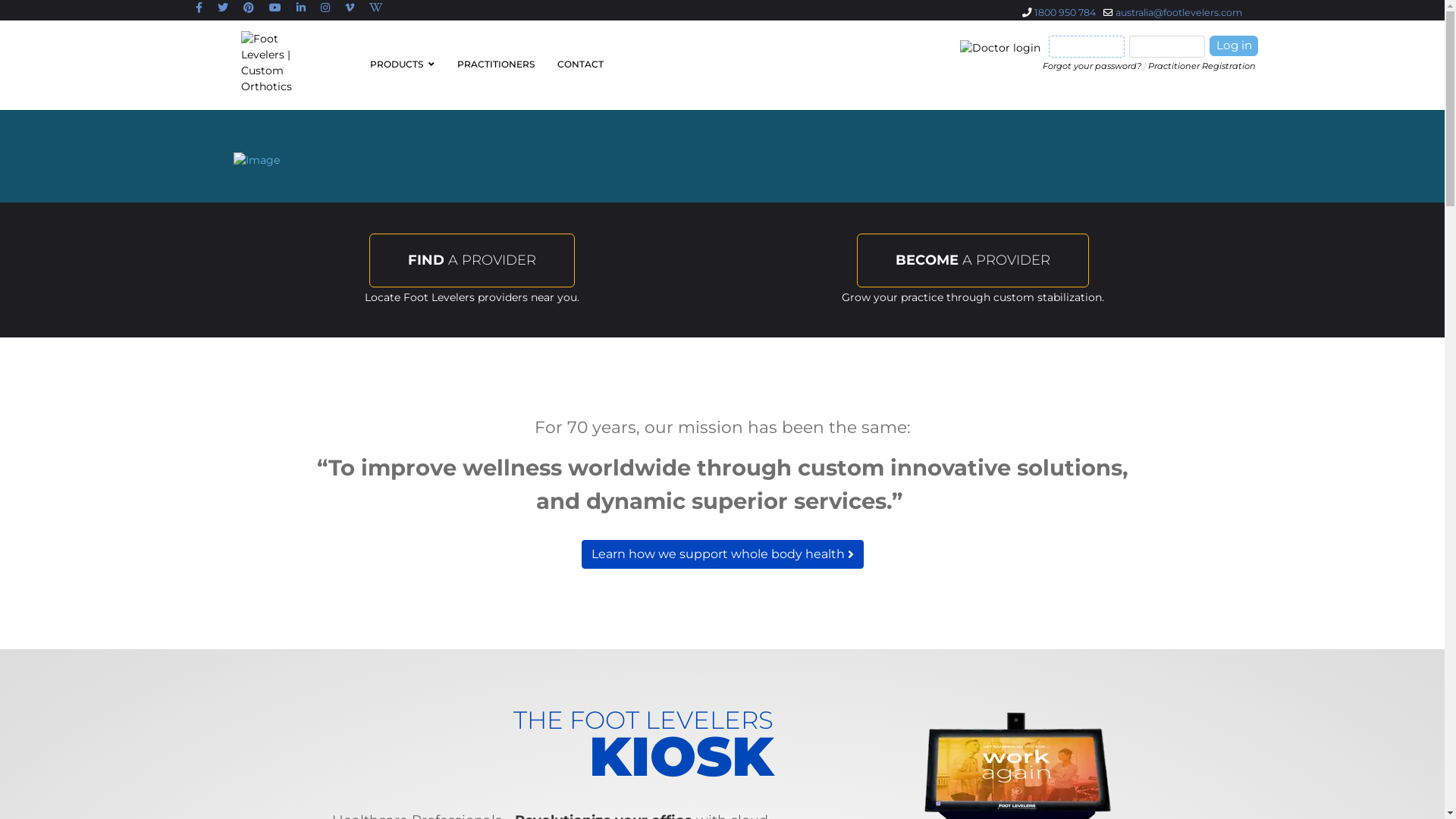  What do you see at coordinates (1064, 12) in the screenshot?
I see `'1800 950 784'` at bounding box center [1064, 12].